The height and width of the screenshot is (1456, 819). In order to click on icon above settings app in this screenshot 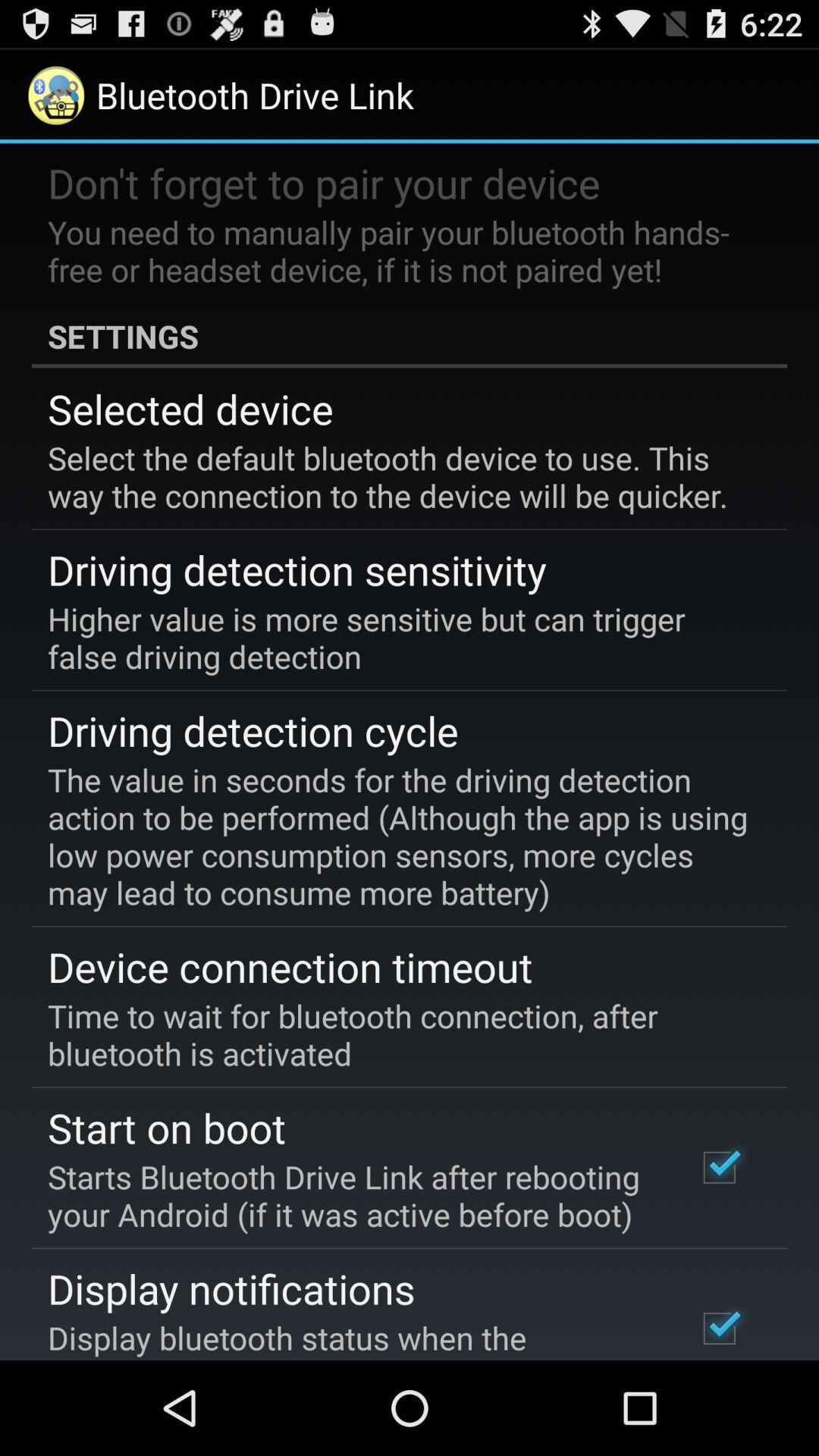, I will do `click(398, 250)`.